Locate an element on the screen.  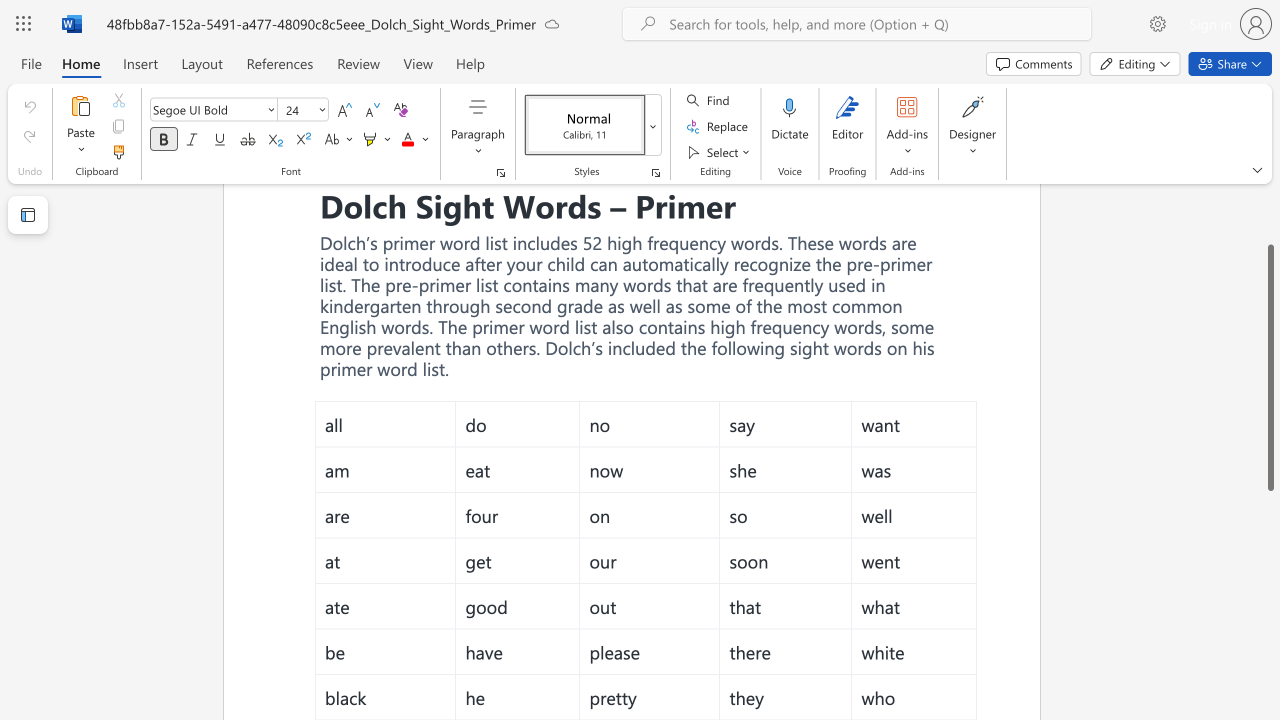
the subset text "hat are frequently used in kindergarten through second grade as well as some of the most common English words. The primer word list also contains high frequency words, some more prevalent tha" within the text "primer word list includes 52 high frequency words. These words are ideal to introduce after your child can automatically recognize the pre-primer list. The pre-primer list contains many words that are frequently used in kindergarten through second grade as well as some of the most common English words. The primer word list also contains high frequency words, some more prevalent than others." is located at coordinates (682, 284).